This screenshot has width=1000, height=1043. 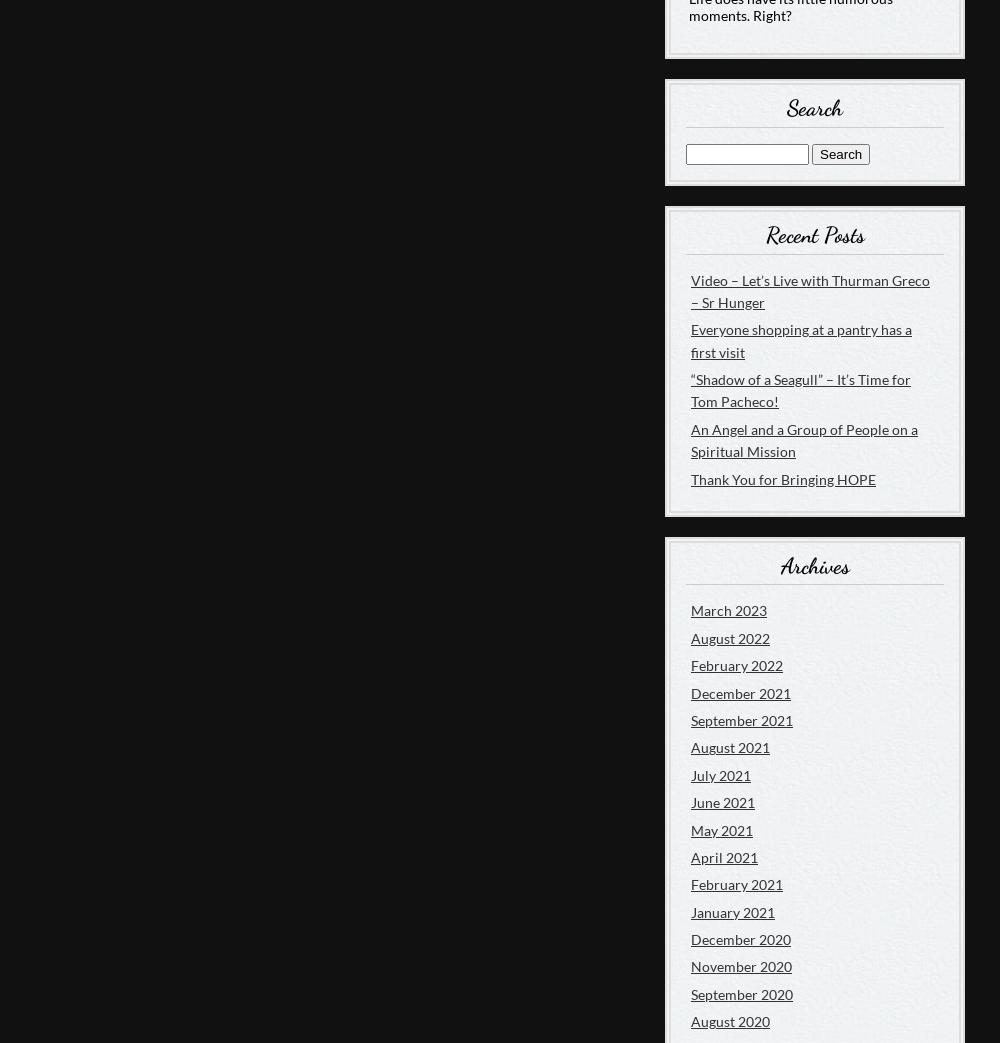 I want to click on 'August 2022', so click(x=729, y=636).